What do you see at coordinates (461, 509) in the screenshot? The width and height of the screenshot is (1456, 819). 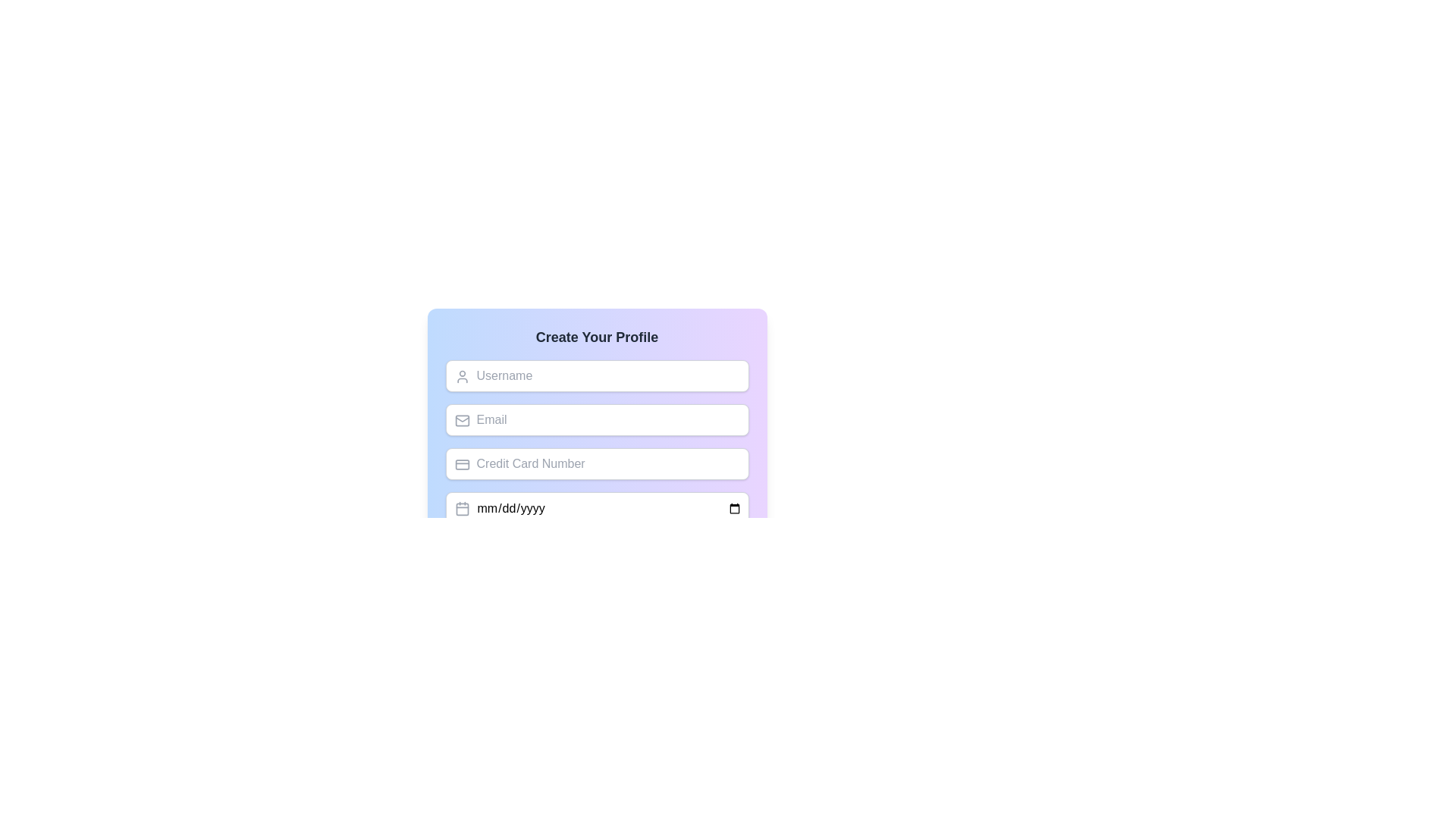 I see `the decorative shape within the calendar icon that is part of the date selection field labeled 'mm/dd/yyyy' located at the bottom section of the form` at bounding box center [461, 509].